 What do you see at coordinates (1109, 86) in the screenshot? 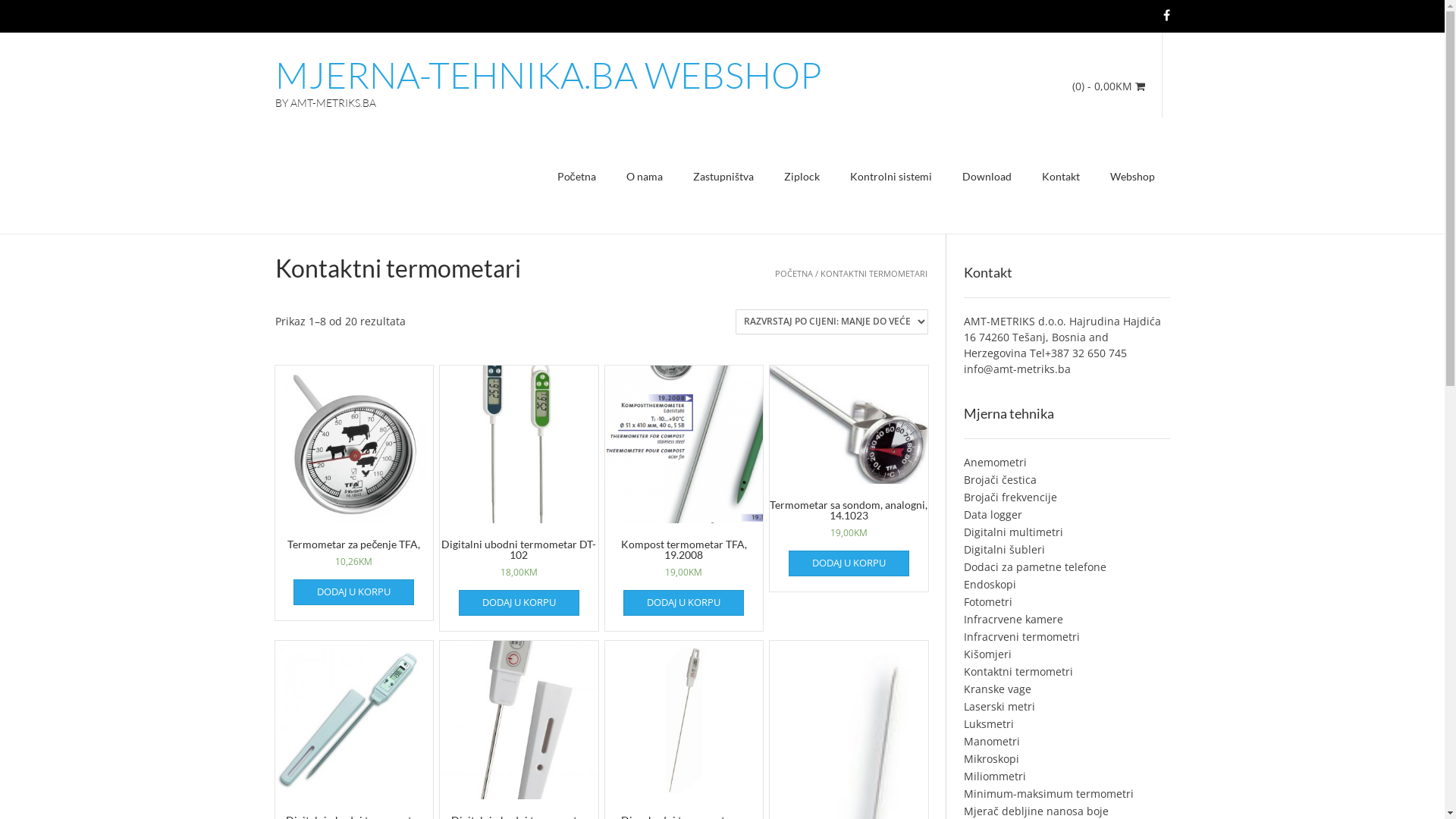
I see `'(0) - 0,00KM'` at bounding box center [1109, 86].